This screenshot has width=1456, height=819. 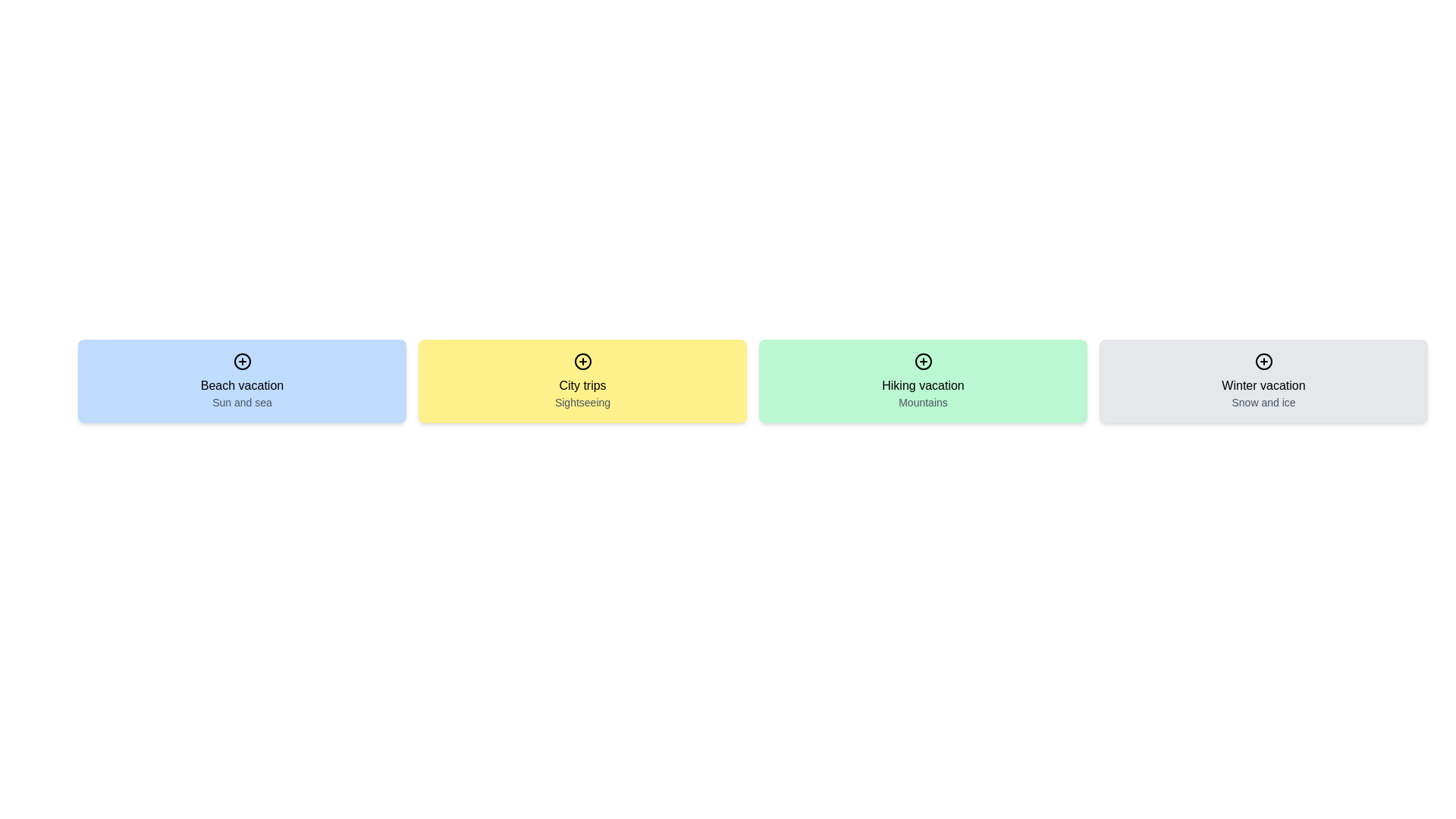 I want to click on the central circular outline of the SVG icon associated with the 'City trips' section, which enhances the visual recognition of the panel's purpose related to sightseeing, so click(x=582, y=362).